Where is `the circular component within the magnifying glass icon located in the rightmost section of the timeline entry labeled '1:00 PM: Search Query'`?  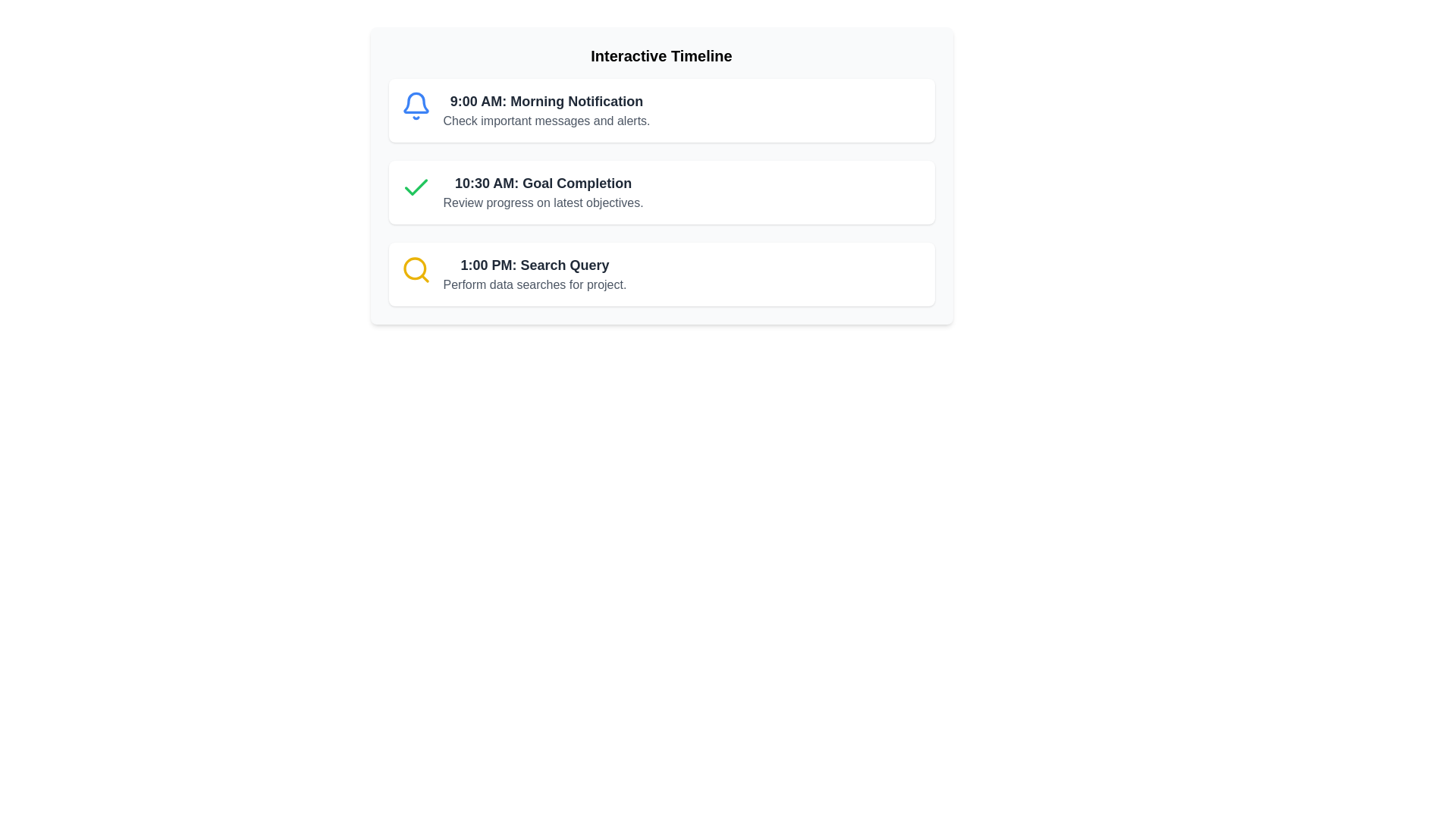 the circular component within the magnifying glass icon located in the rightmost section of the timeline entry labeled '1:00 PM: Search Query' is located at coordinates (414, 268).